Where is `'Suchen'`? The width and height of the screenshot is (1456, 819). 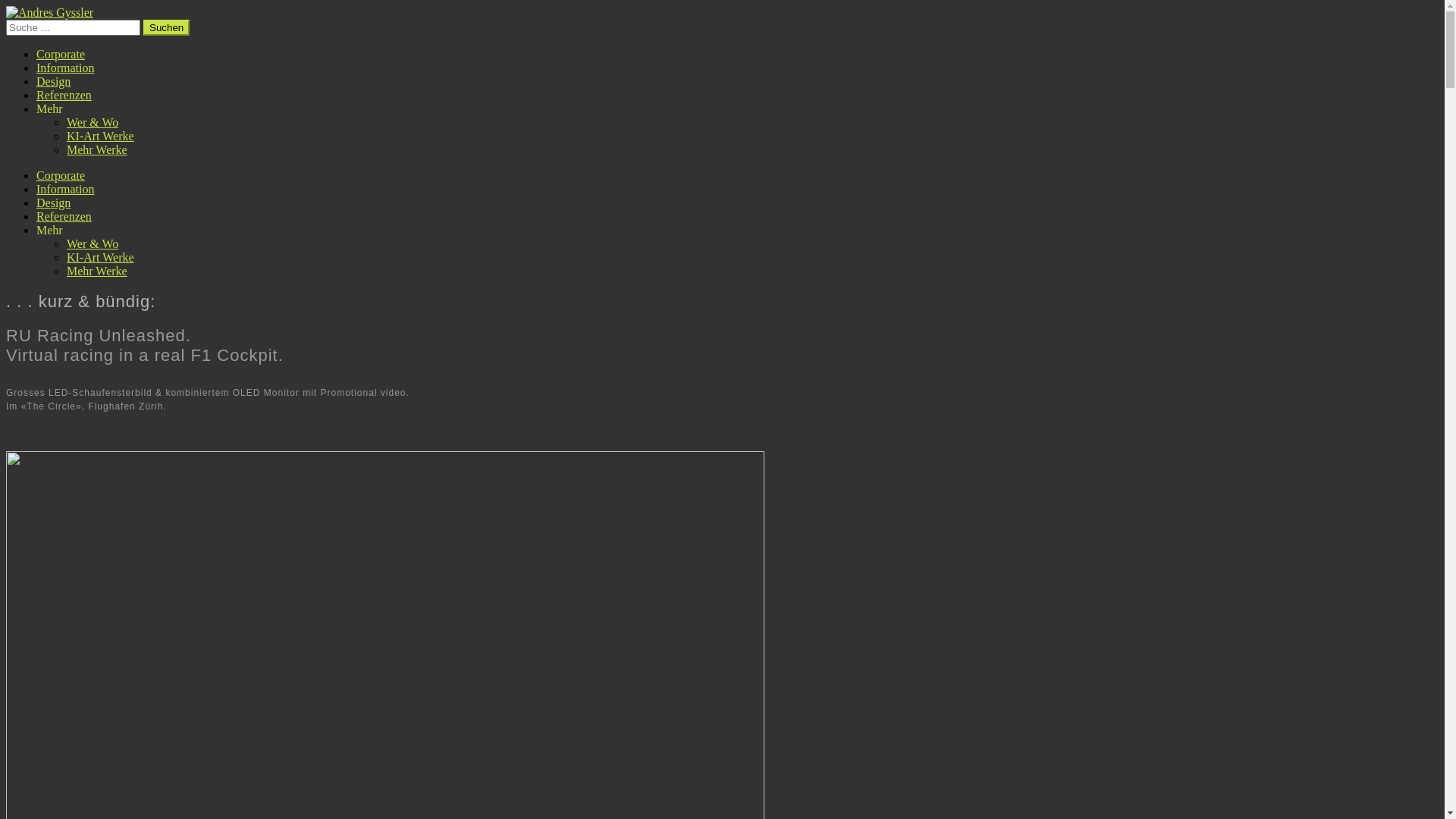
'Suchen' is located at coordinates (166, 27).